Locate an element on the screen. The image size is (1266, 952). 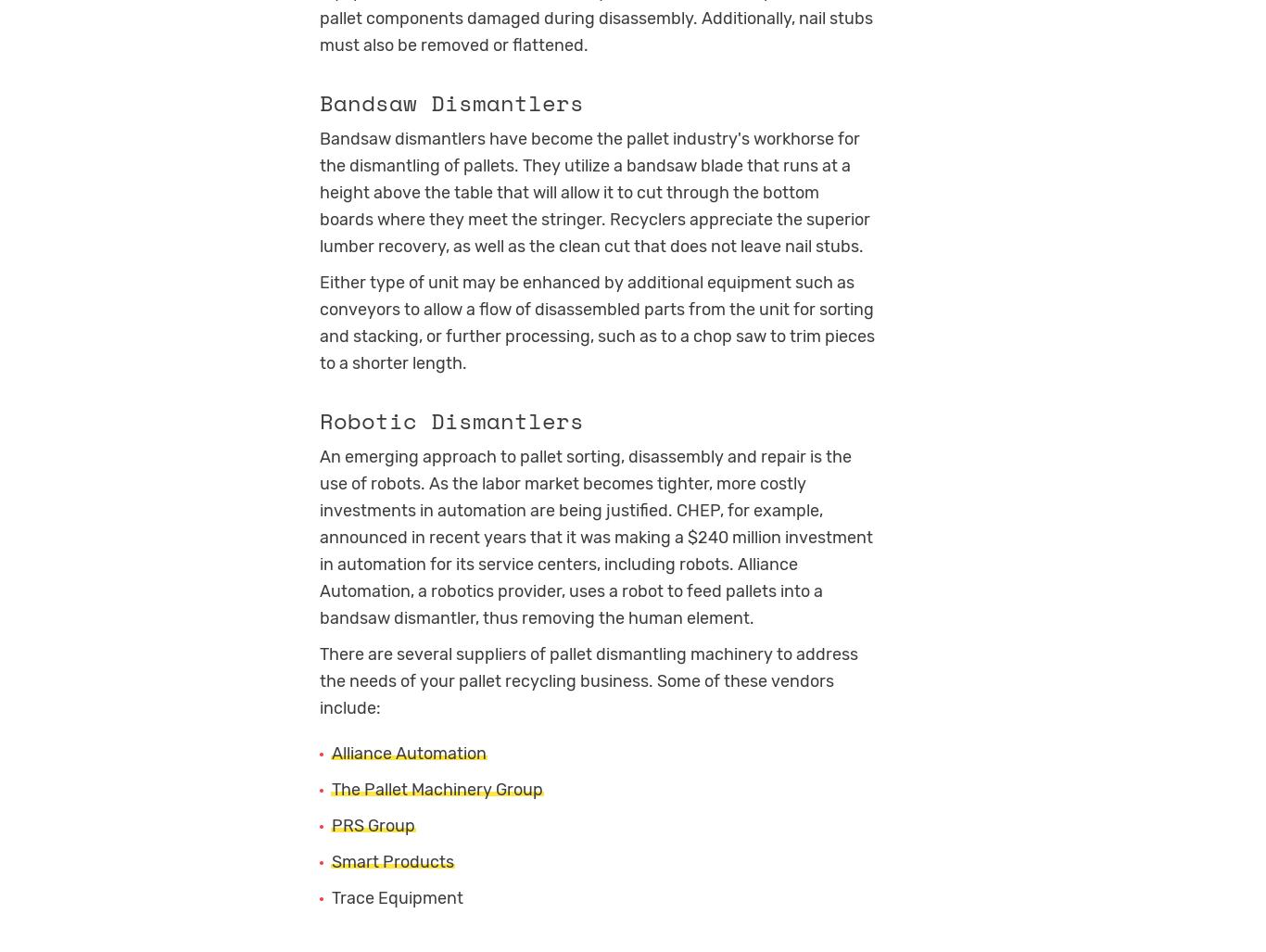
'Bandsaw dismantlers have become the pallet industry's workhorse for the dismantling of pallets. They utilize a bandsaw blade that runs at a height above the table that will allow it to cut through the bottom boards where they meet the stringer. Recyclers appreciate the superior lumber recovery, as well as the clean cut that does not leave nail stubs.' is located at coordinates (594, 191).